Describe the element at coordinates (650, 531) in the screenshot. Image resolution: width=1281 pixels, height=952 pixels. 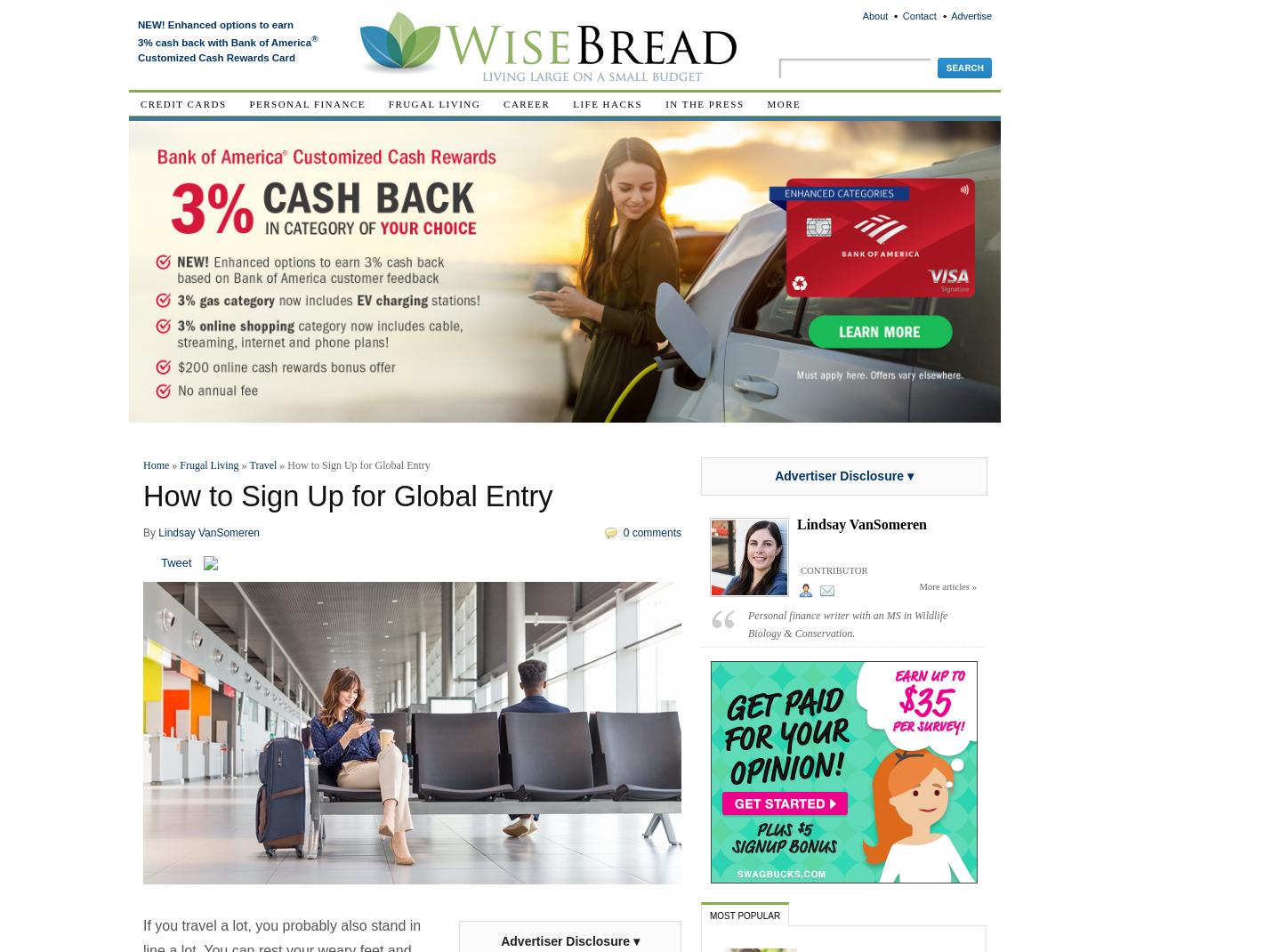
I see `'0 comments'` at that location.